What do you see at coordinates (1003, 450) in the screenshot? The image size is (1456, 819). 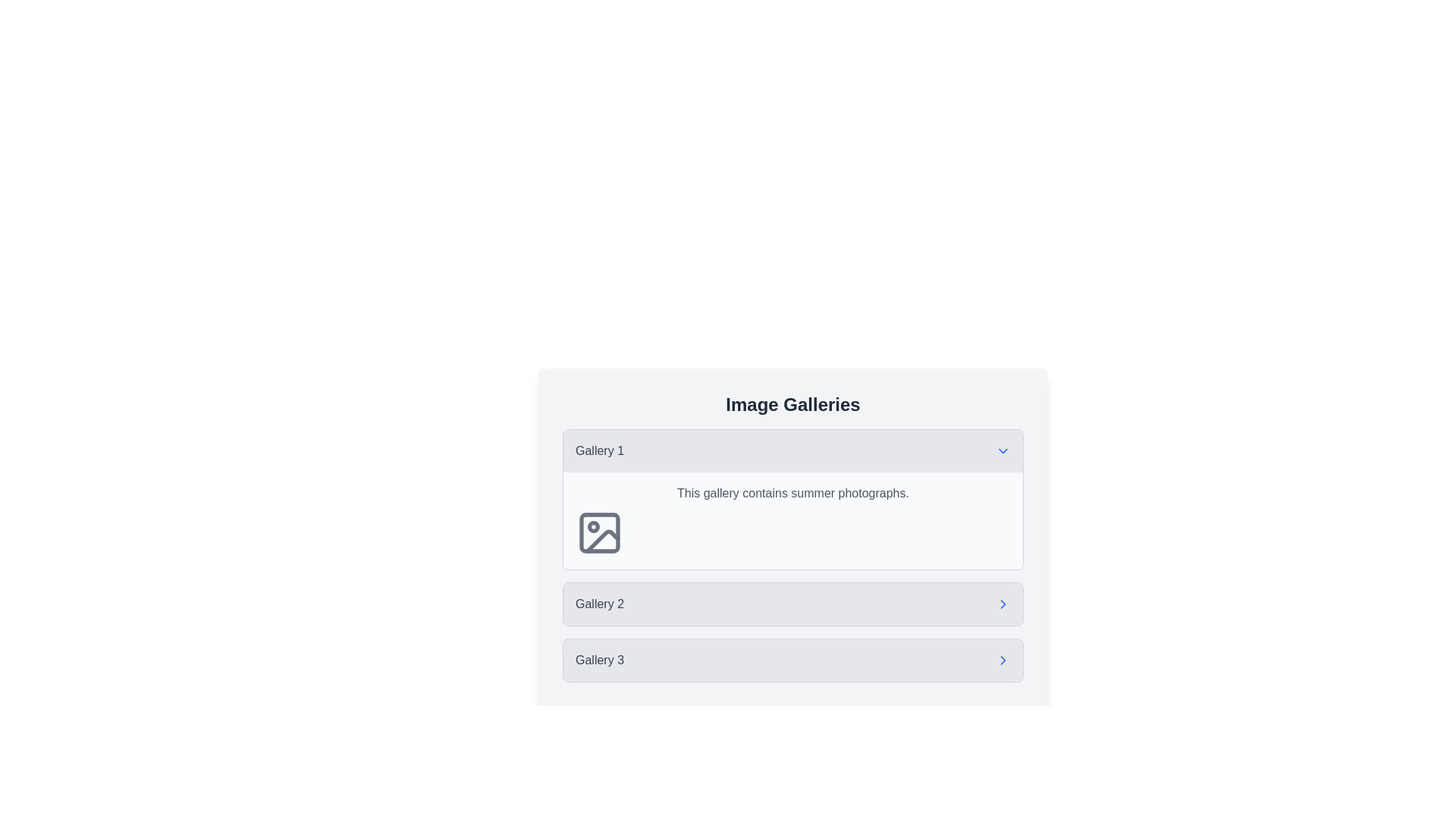 I see `the downward chevron SVG icon located at the far right of the 'Gallery 1' section` at bounding box center [1003, 450].